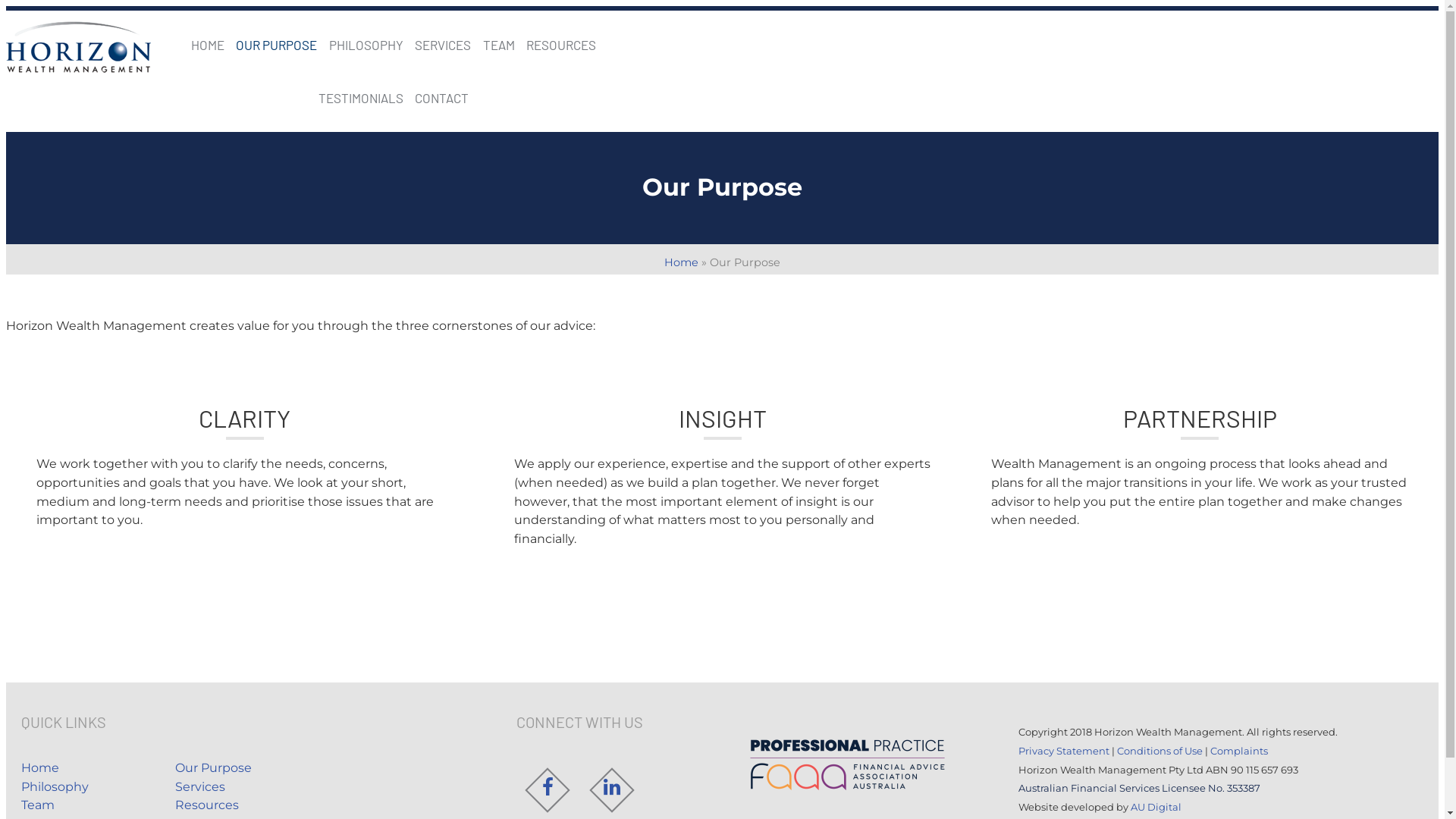  Describe the element at coordinates (1155, 806) in the screenshot. I see `'AU Digital'` at that location.